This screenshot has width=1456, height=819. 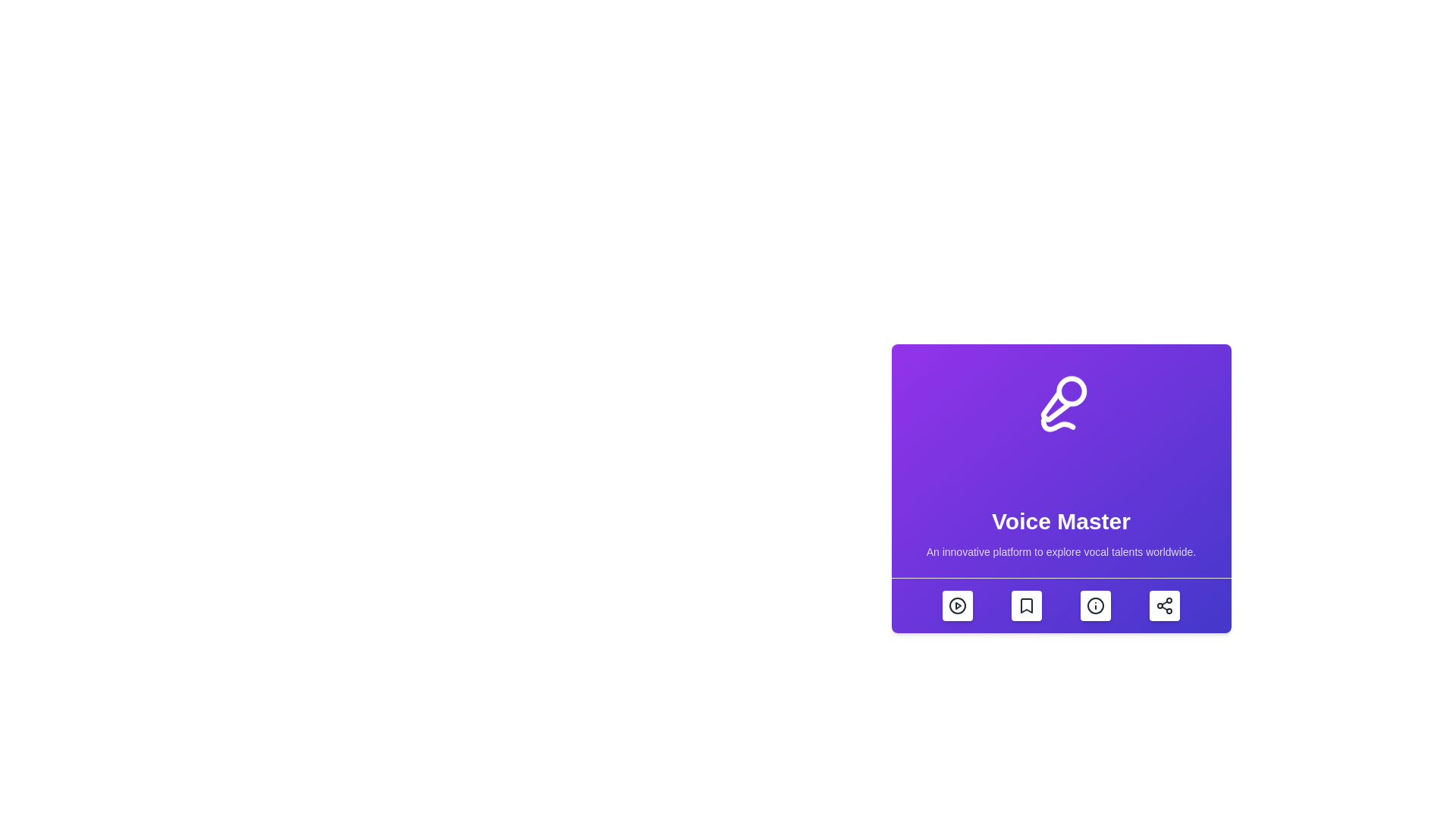 What do you see at coordinates (1095, 604) in the screenshot?
I see `the circular icon element in the row of four icons below the 'Voice Master' card, which is the third icon from the left` at bounding box center [1095, 604].